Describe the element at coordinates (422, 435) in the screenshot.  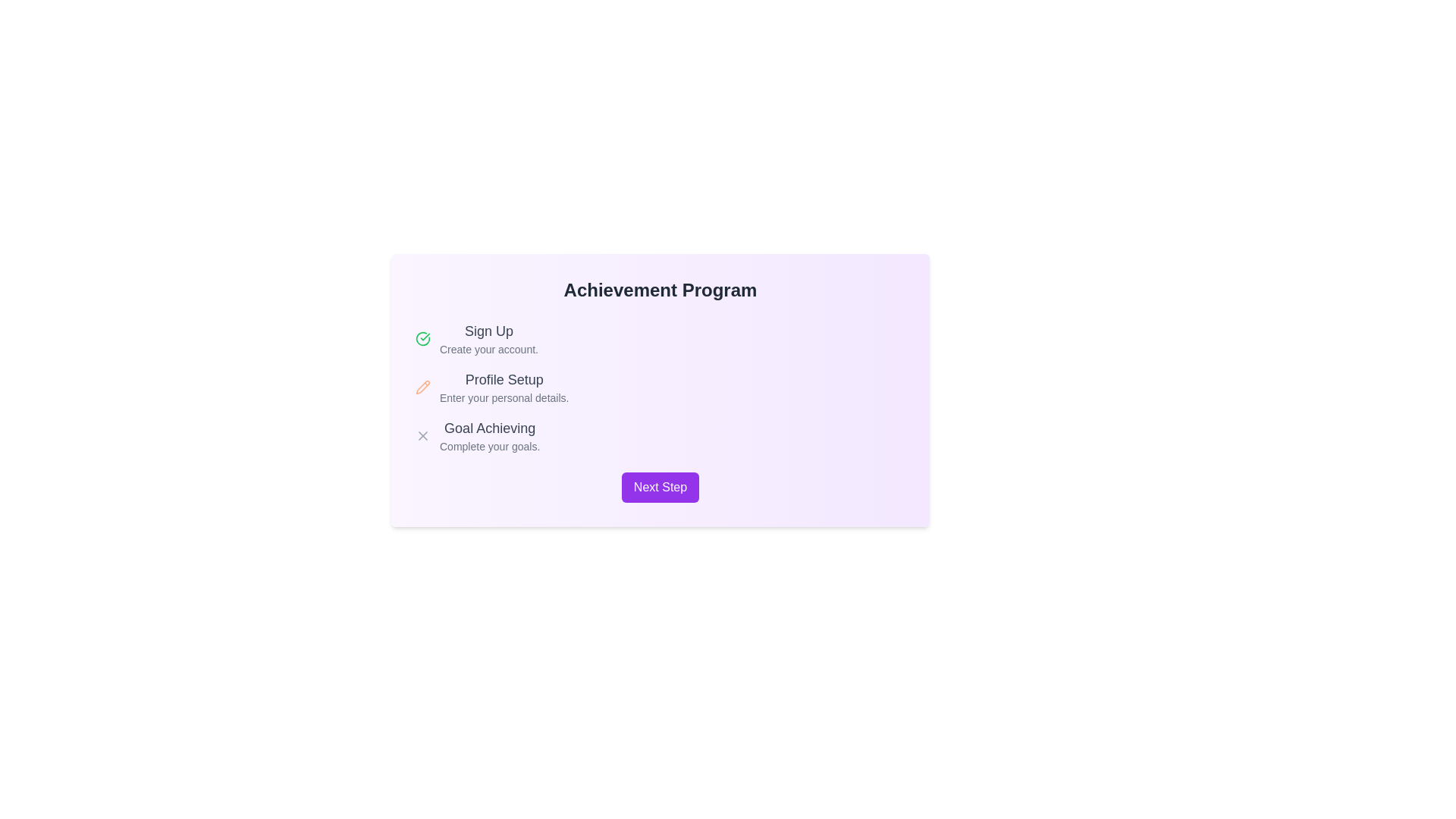
I see `the icon representing the incomplete or inactive state related to the 'Goal Achieving' step` at that location.